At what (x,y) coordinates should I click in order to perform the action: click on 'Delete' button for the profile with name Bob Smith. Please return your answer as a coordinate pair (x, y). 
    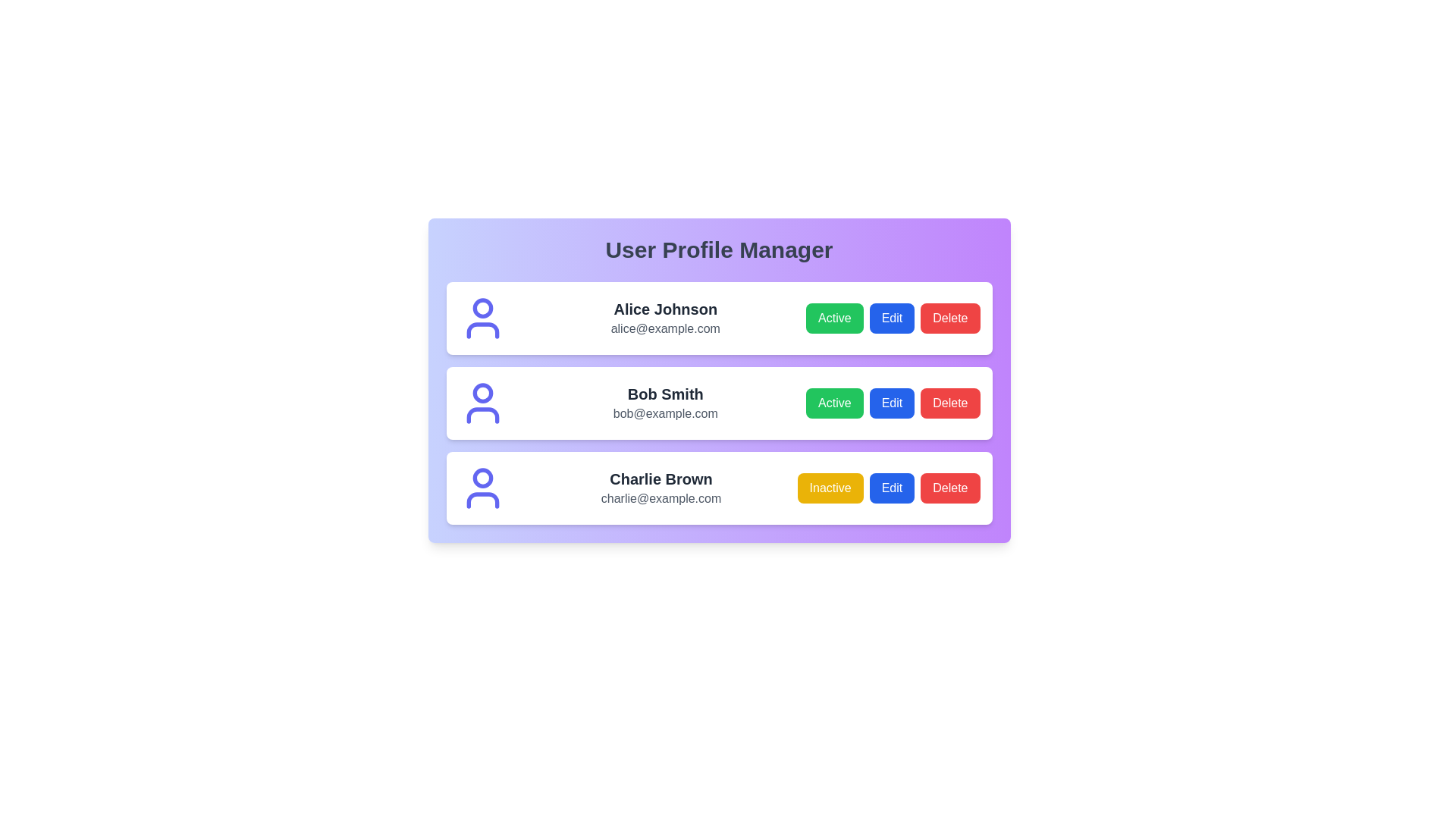
    Looking at the image, I should click on (949, 403).